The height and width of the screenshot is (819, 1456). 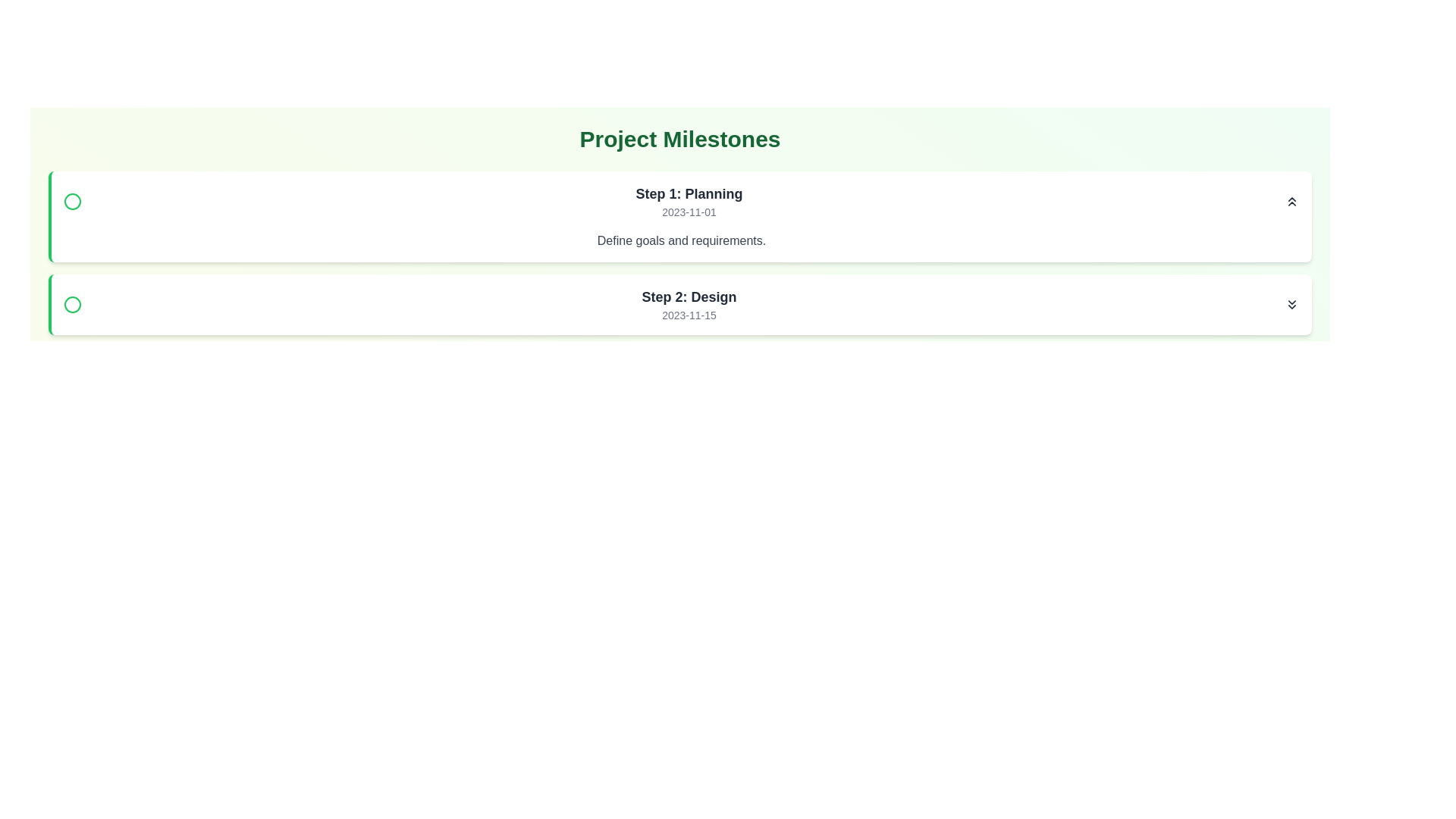 What do you see at coordinates (679, 304) in the screenshot?
I see `the 'Step 2: Design' card` at bounding box center [679, 304].